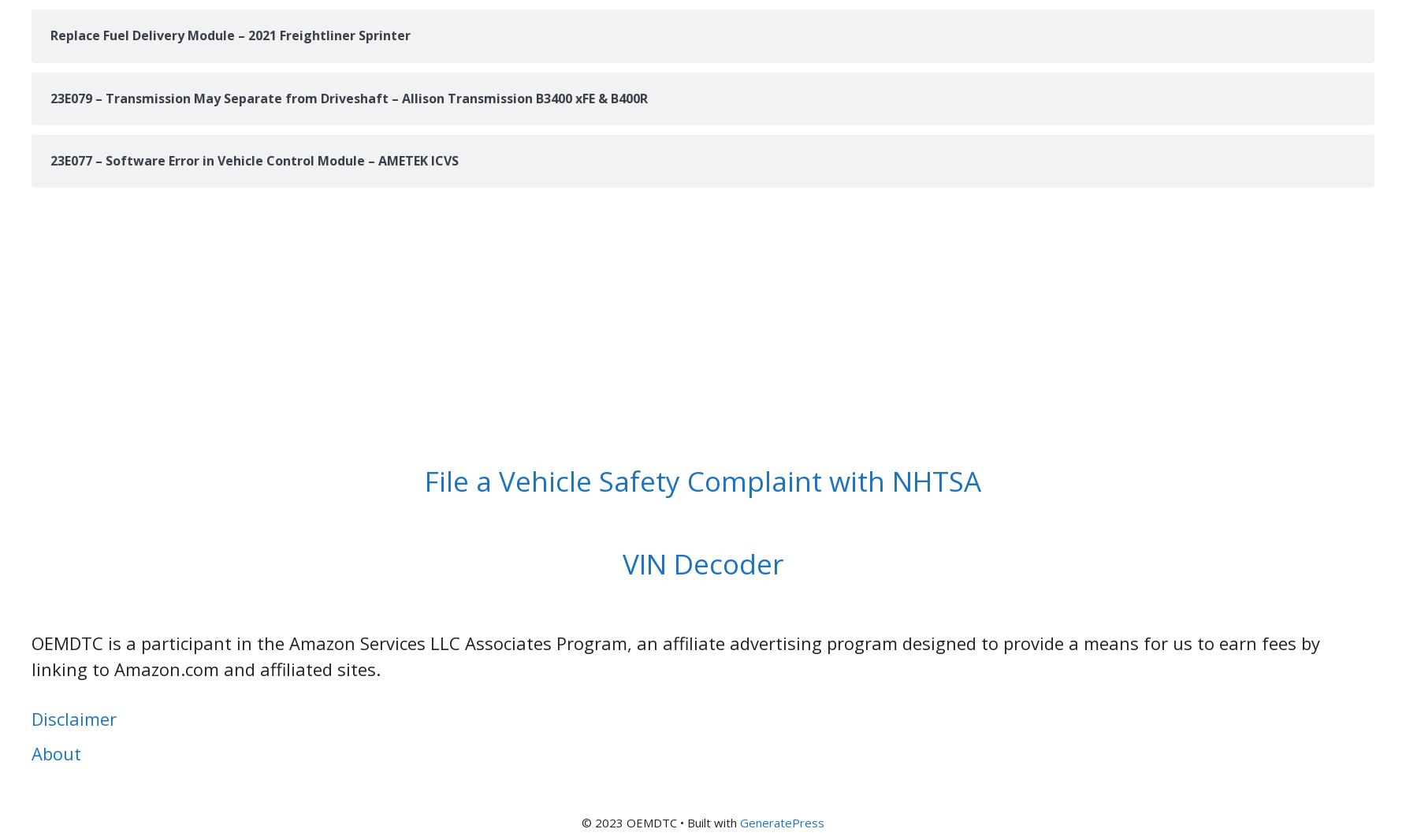 The height and width of the screenshot is (840, 1406). I want to click on '© 2023 OEMDTC', so click(628, 821).